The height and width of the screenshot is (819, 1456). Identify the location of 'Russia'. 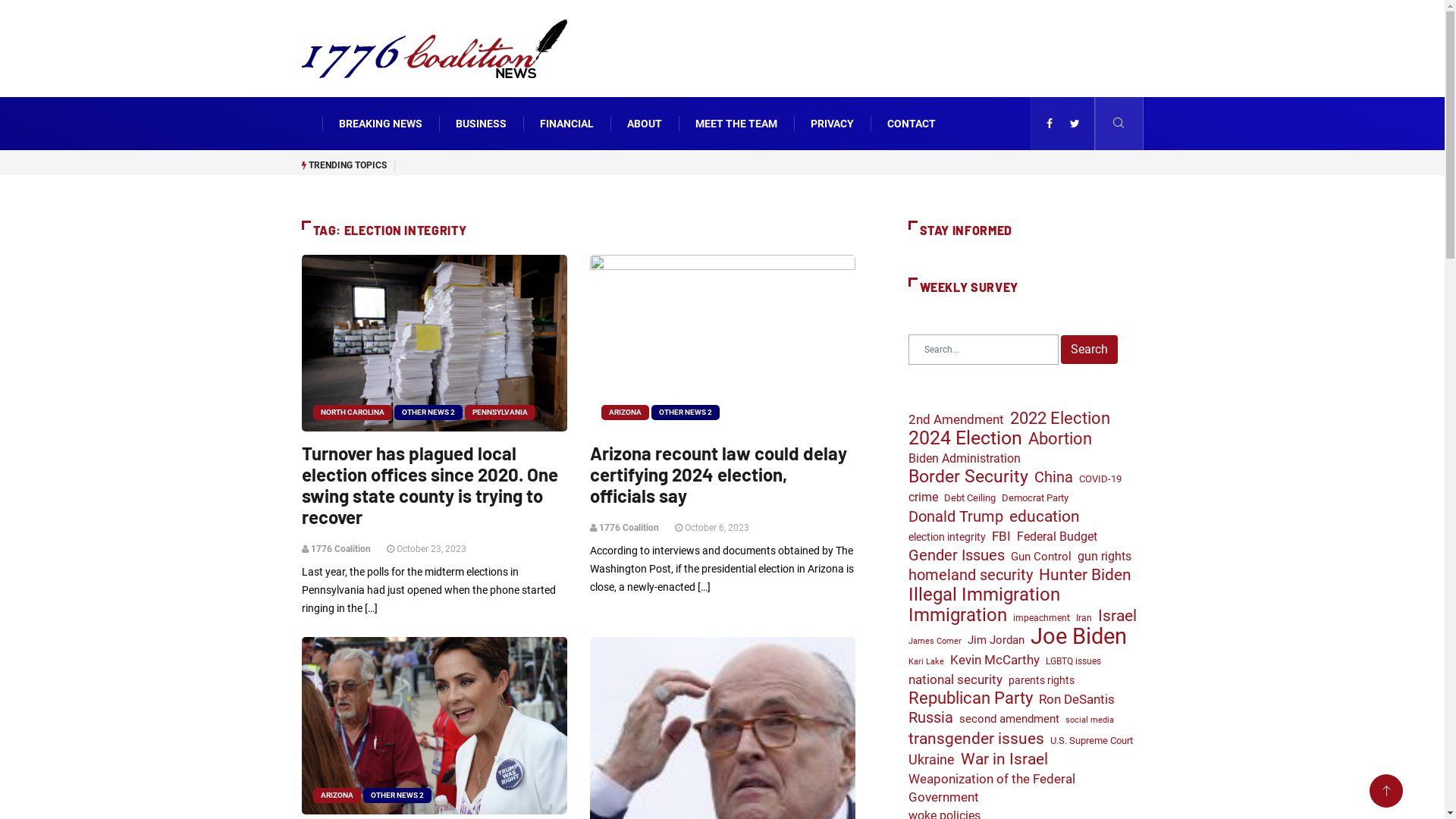
(908, 717).